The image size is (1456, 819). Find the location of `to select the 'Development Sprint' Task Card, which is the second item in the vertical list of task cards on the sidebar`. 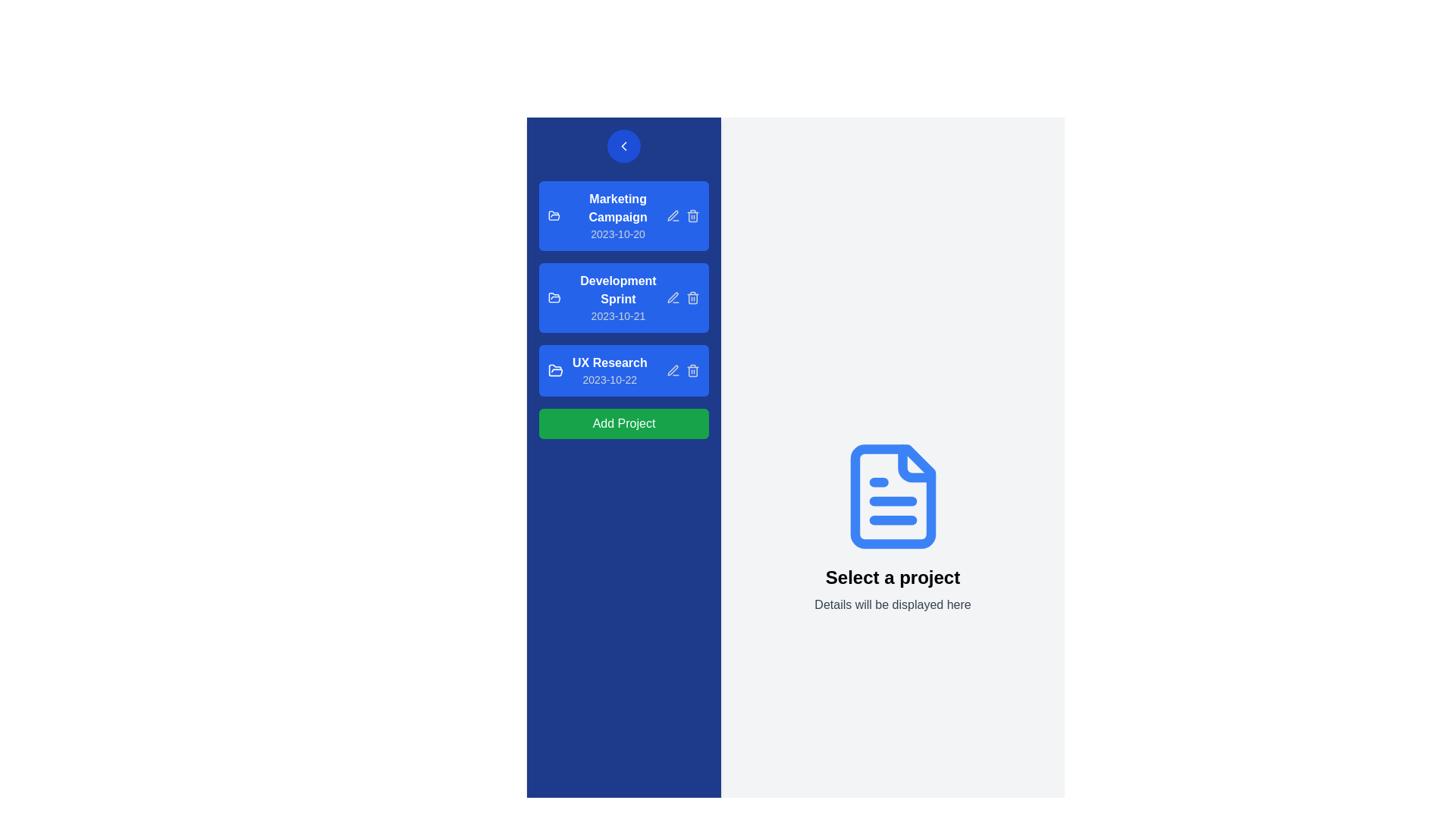

to select the 'Development Sprint' Task Card, which is the second item in the vertical list of task cards on the sidebar is located at coordinates (607, 298).